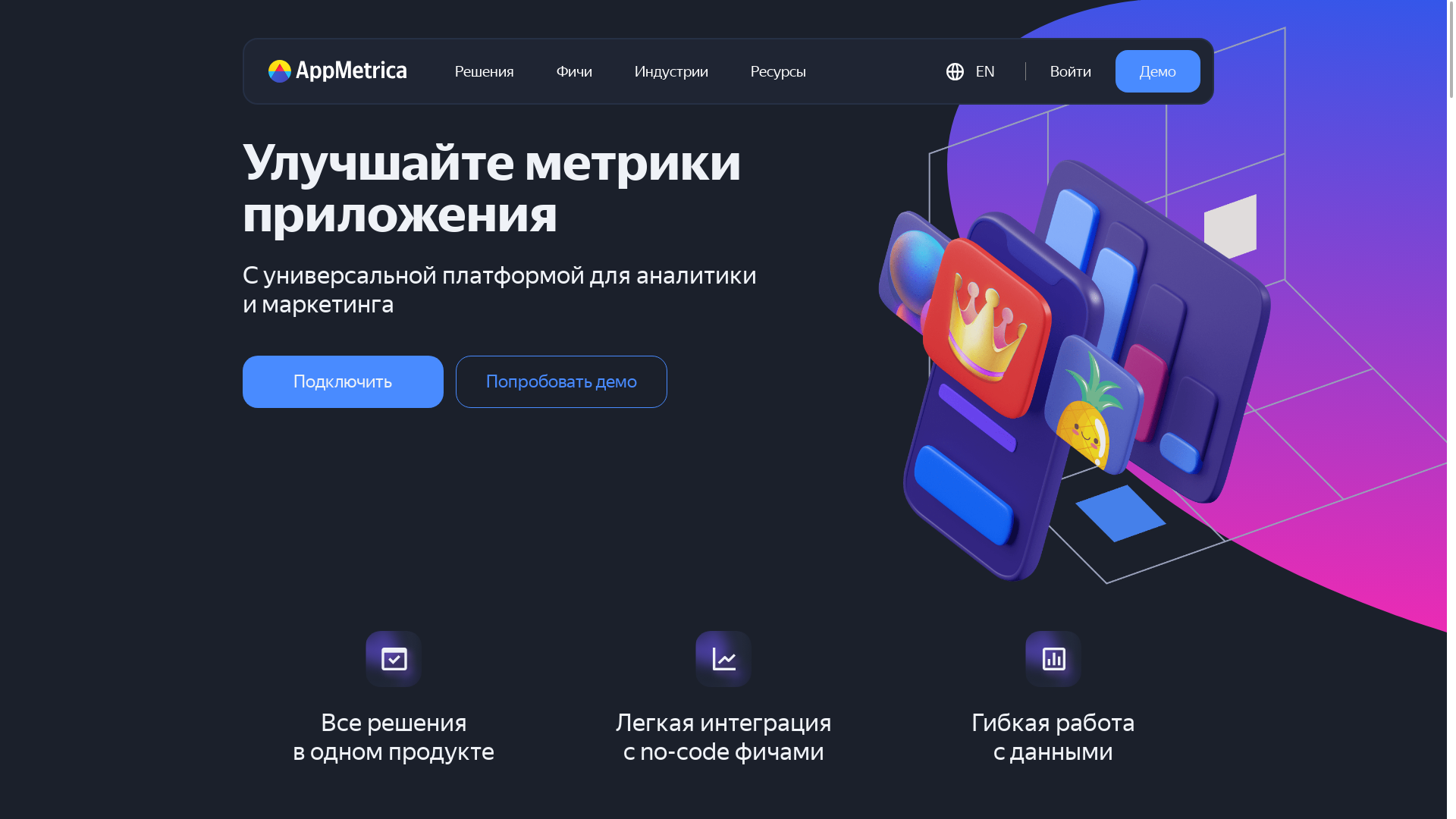 This screenshot has width=1456, height=819. I want to click on 'EN', so click(973, 71).